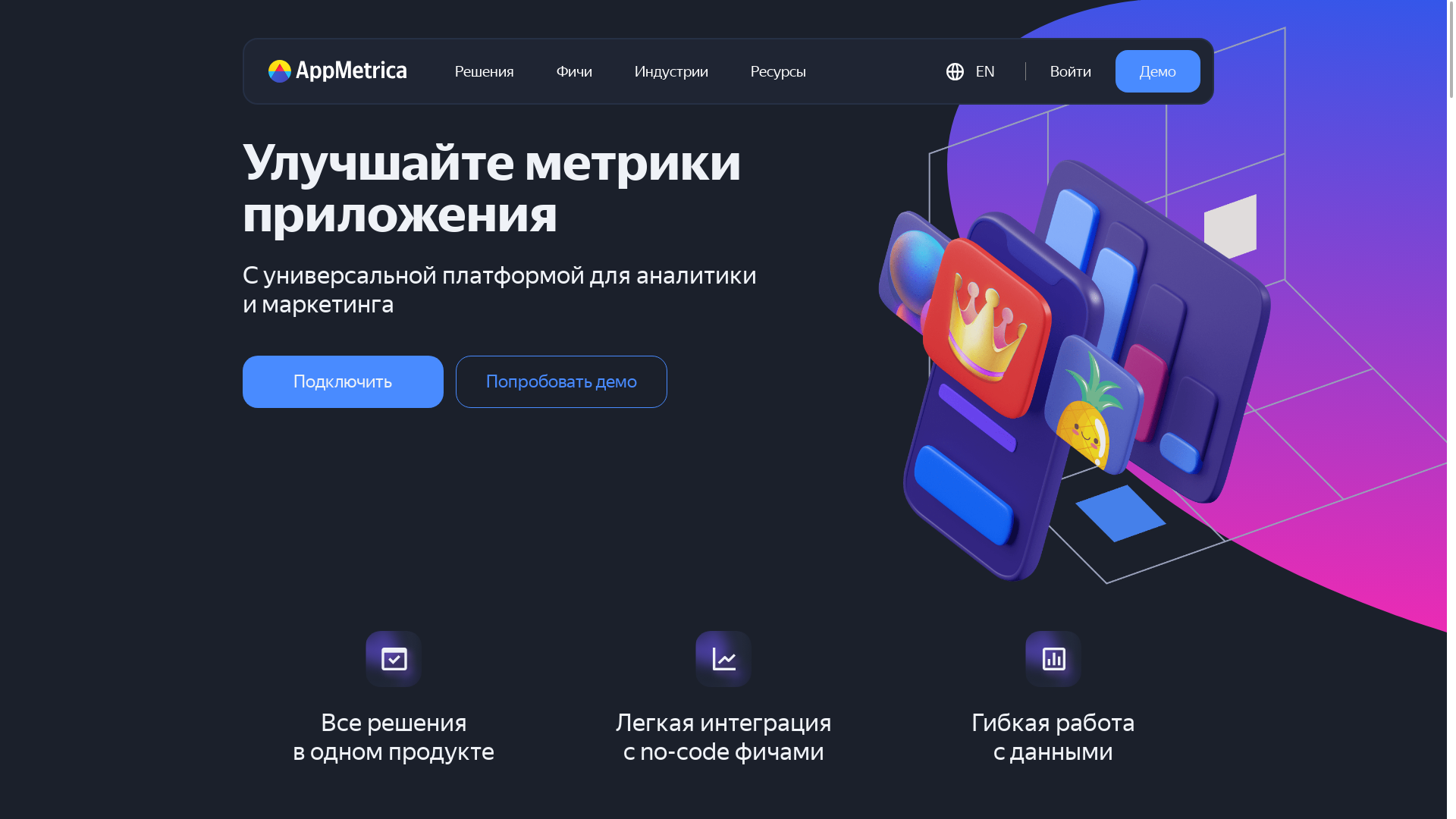 This screenshot has width=1456, height=819. I want to click on 'EN', so click(973, 71).